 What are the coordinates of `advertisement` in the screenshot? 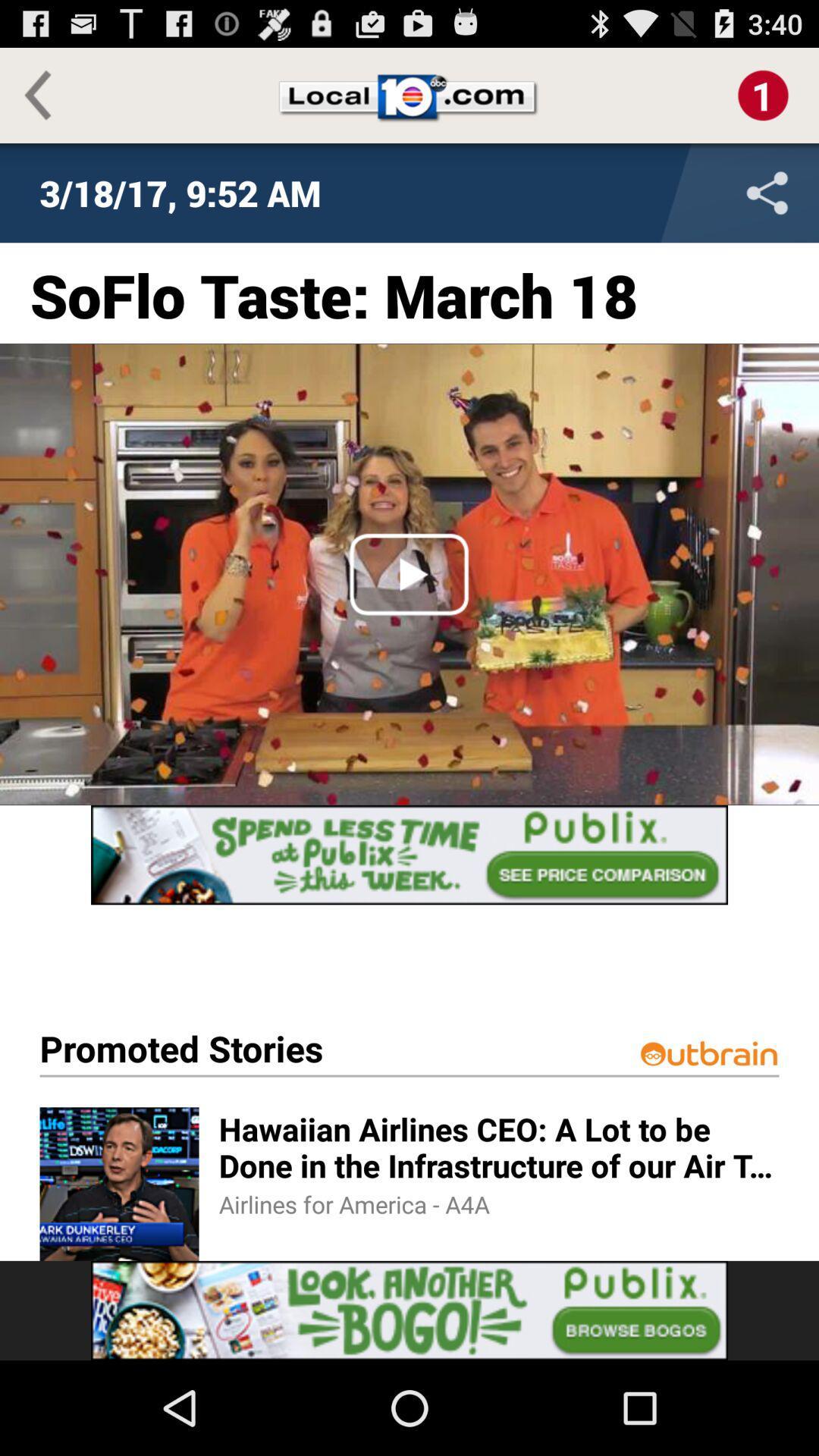 It's located at (409, 855).